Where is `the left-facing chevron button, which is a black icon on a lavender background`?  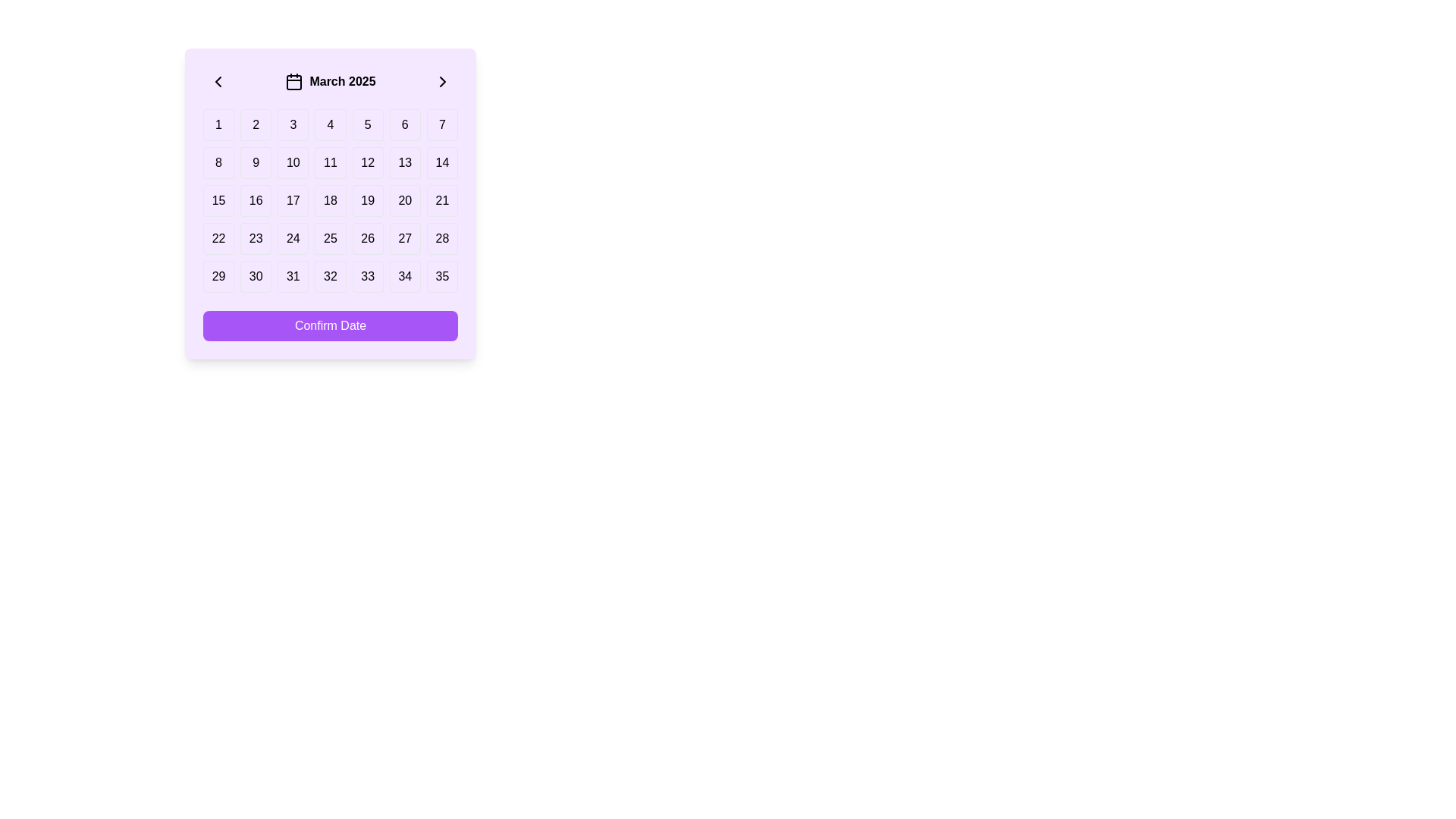 the left-facing chevron button, which is a black icon on a lavender background is located at coordinates (218, 82).